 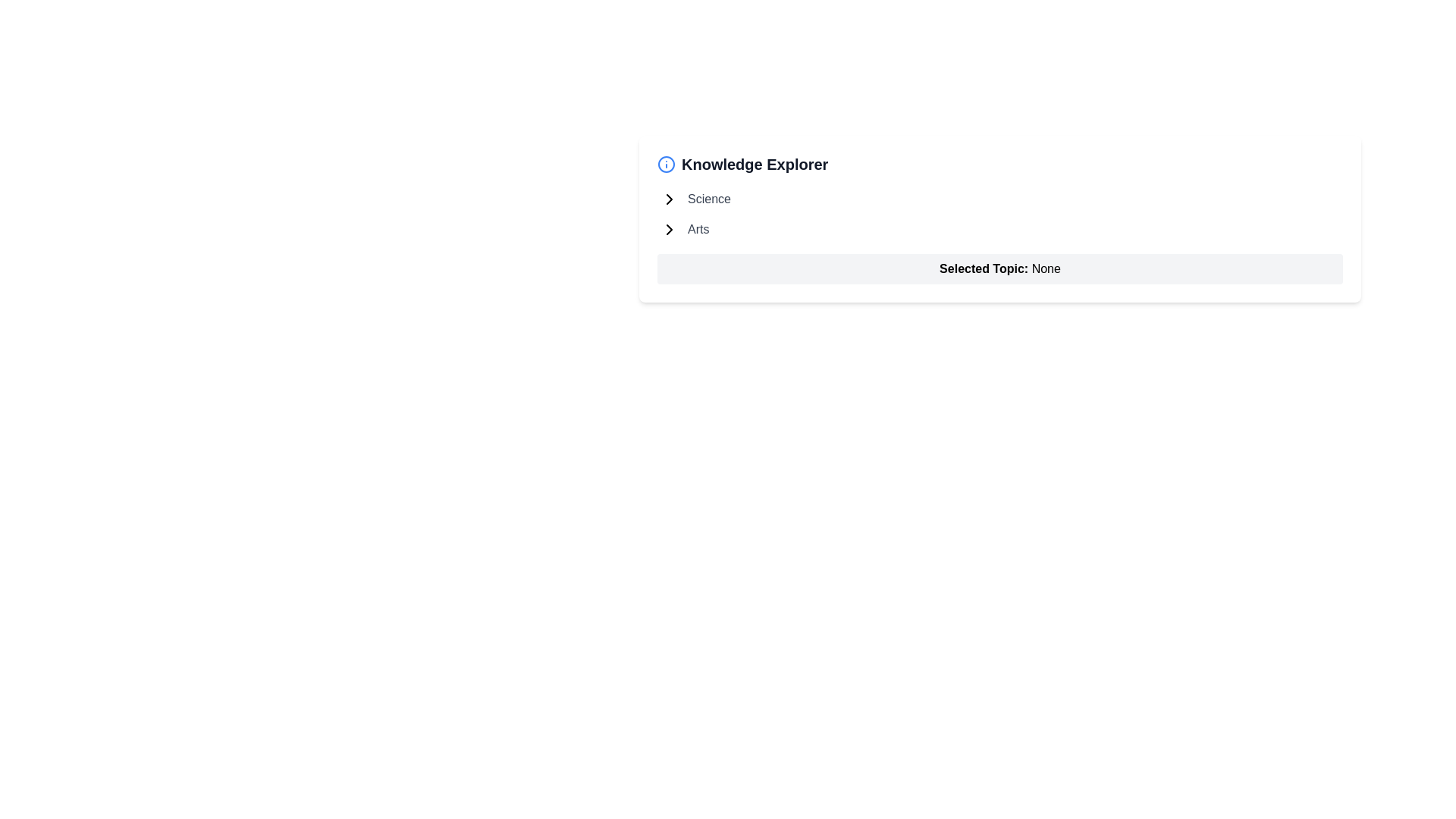 I want to click on the right-pointing arrow icon located next to the 'Science' text, so click(x=669, y=198).